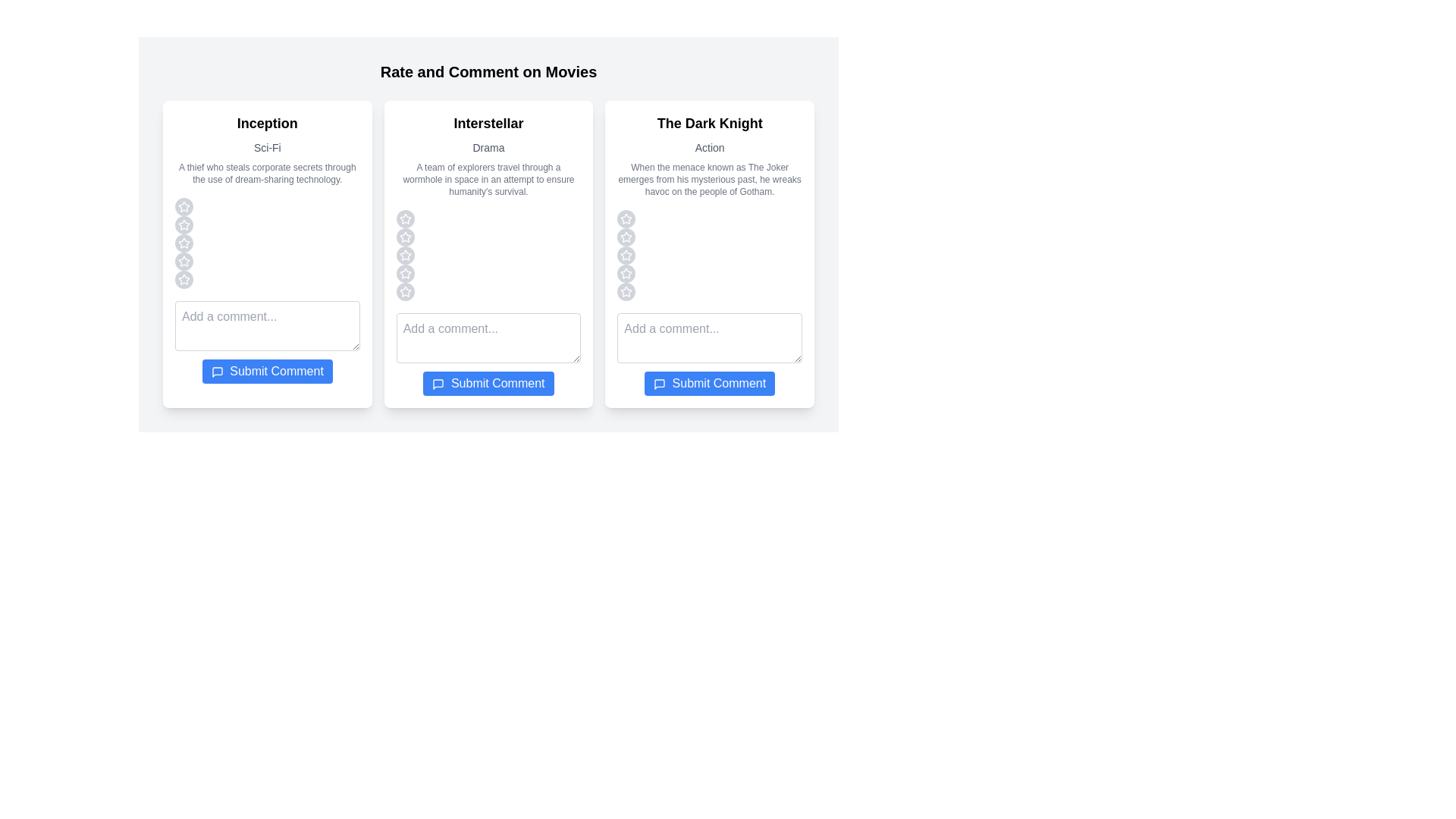 The width and height of the screenshot is (1456, 819). I want to click on the star corresponding to the rating 5 for the movie Interstellar, so click(404, 292).